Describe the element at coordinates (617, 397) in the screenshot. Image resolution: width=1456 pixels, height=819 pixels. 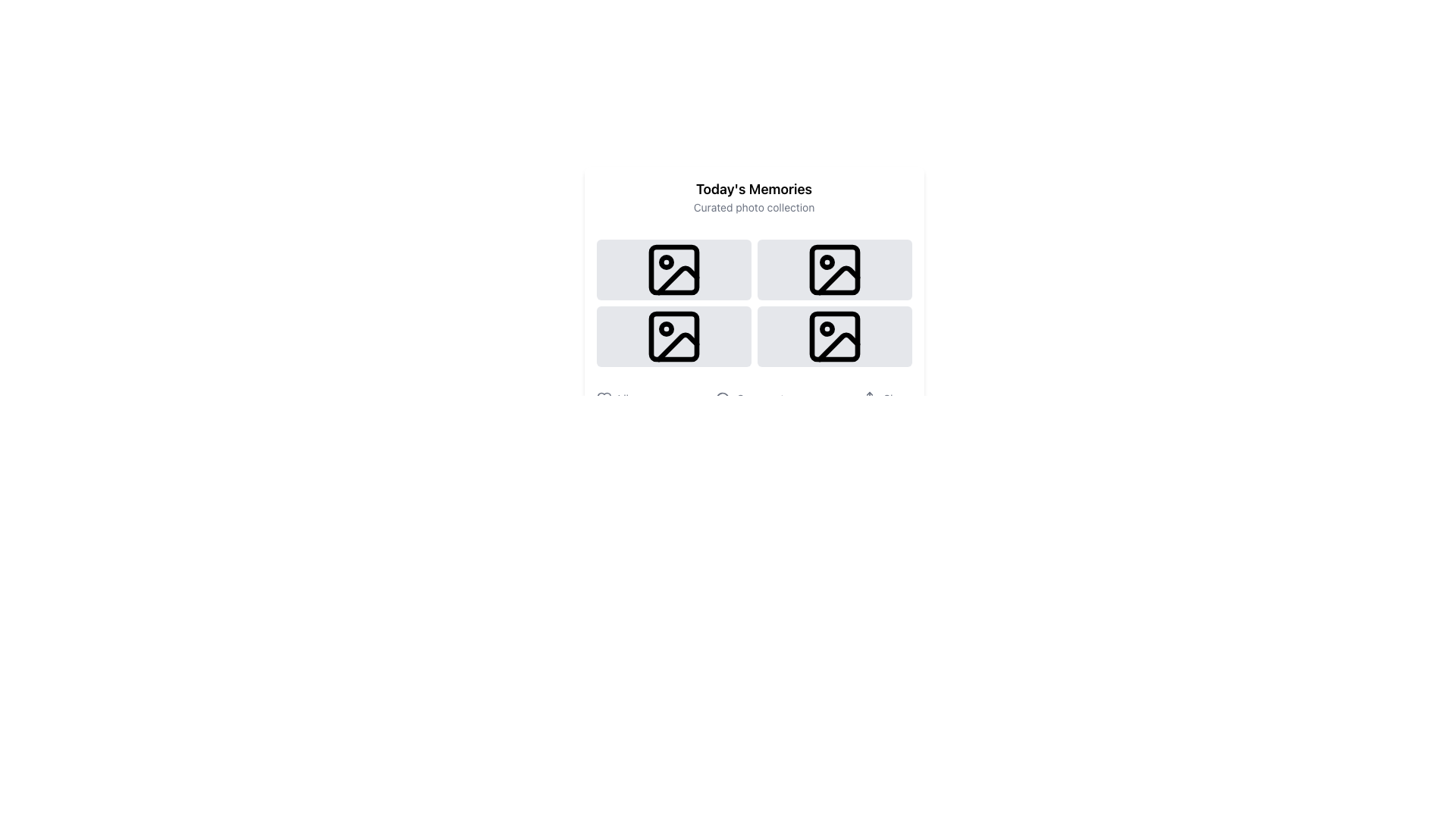
I see `the 'Like' button located under the 'Today's Memories' section` at that location.